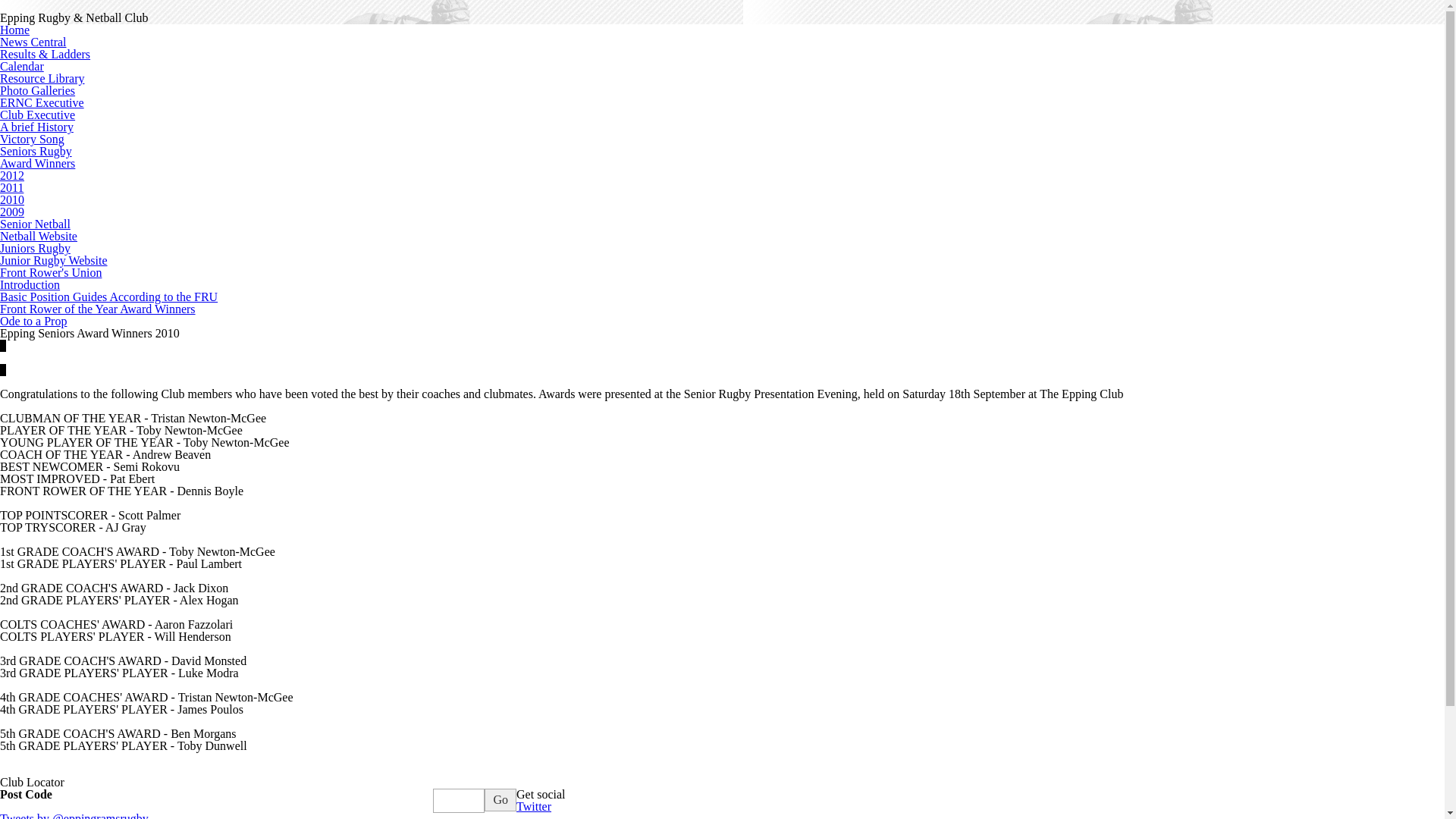 The height and width of the screenshot is (819, 1456). What do you see at coordinates (42, 102) in the screenshot?
I see `'ERNC Executive'` at bounding box center [42, 102].